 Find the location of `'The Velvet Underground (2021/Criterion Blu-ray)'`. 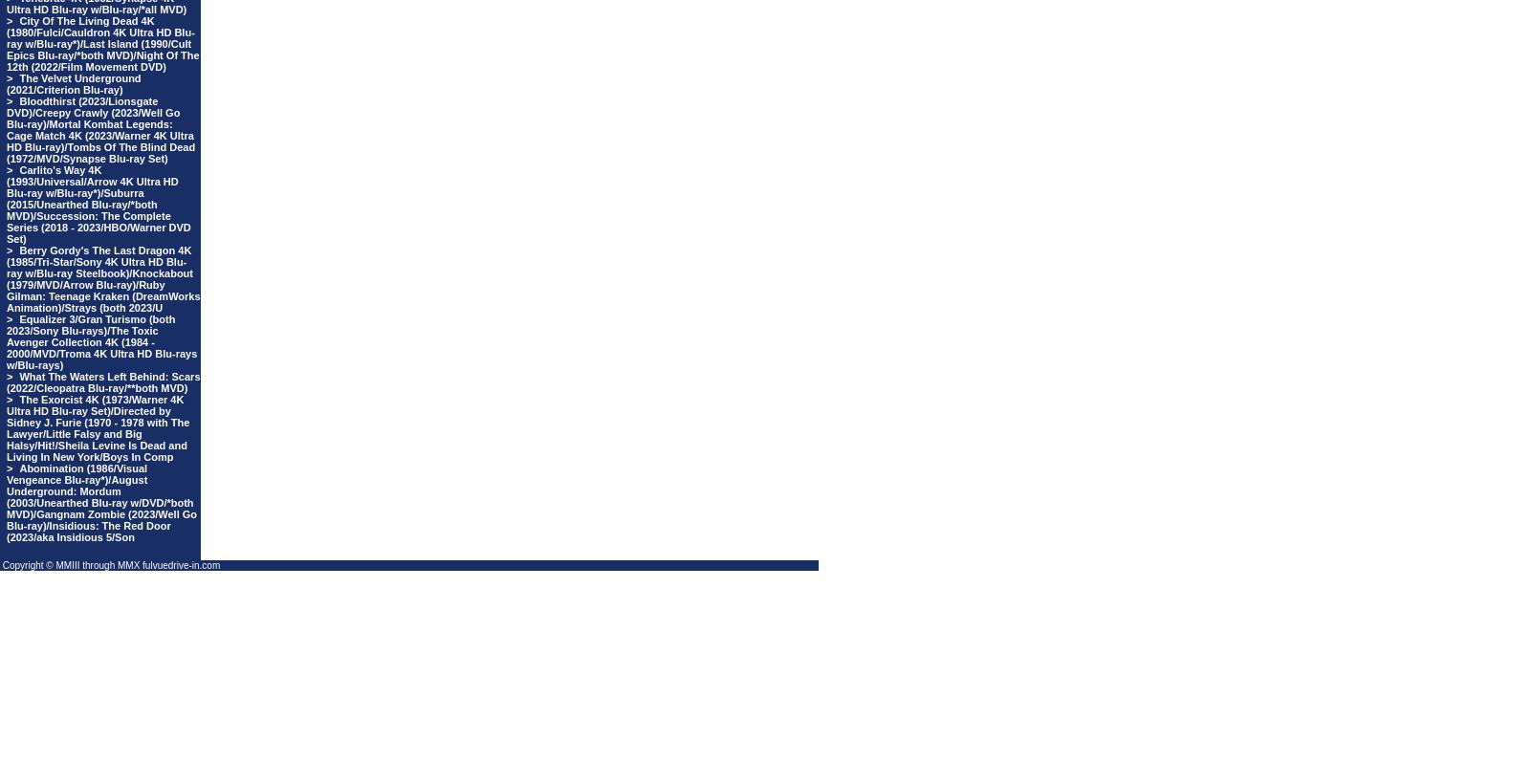

'The Velvet Underground (2021/Criterion Blu-ray)' is located at coordinates (6, 83).